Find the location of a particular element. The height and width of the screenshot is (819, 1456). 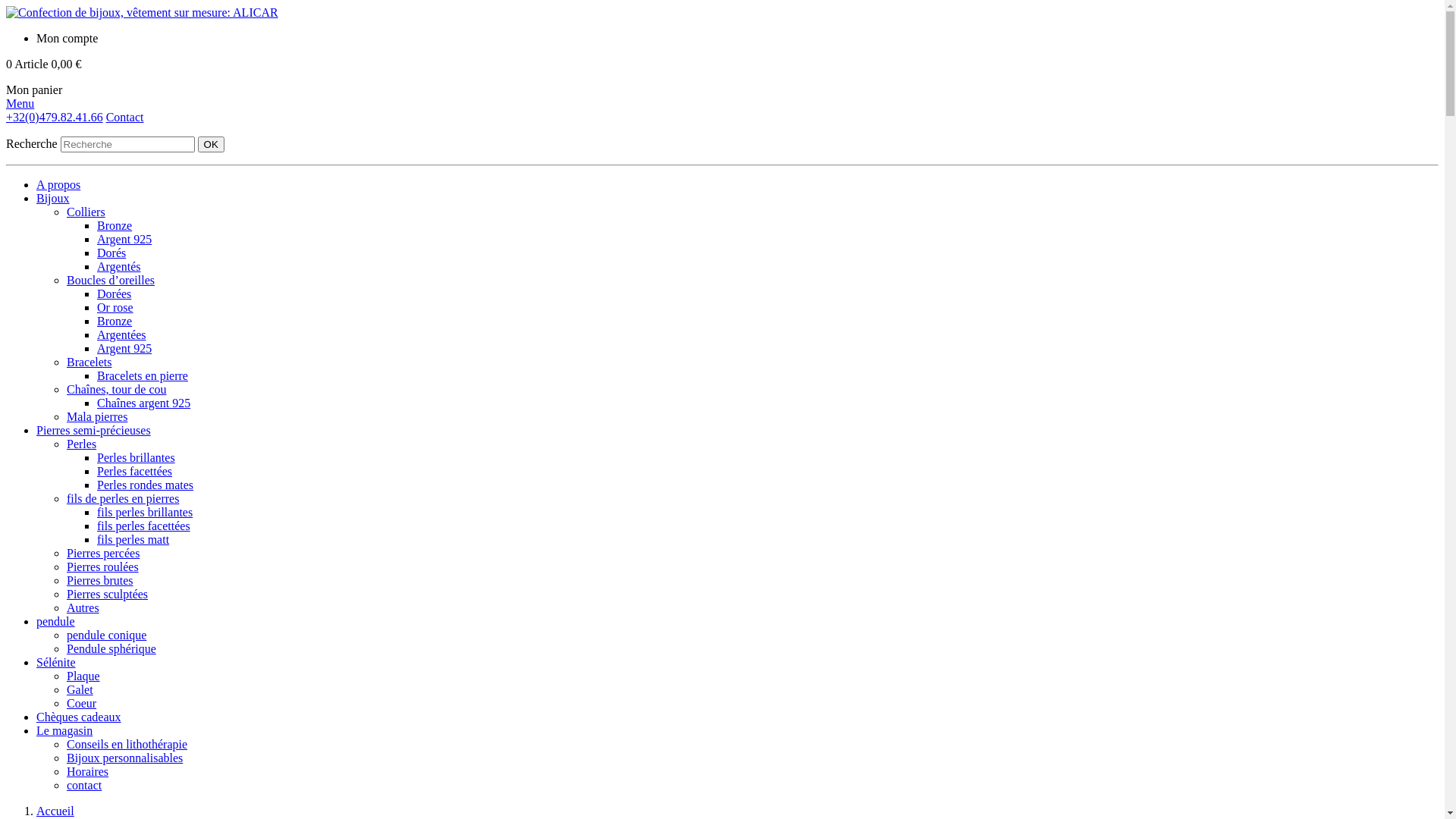

'Accueil' is located at coordinates (55, 810).